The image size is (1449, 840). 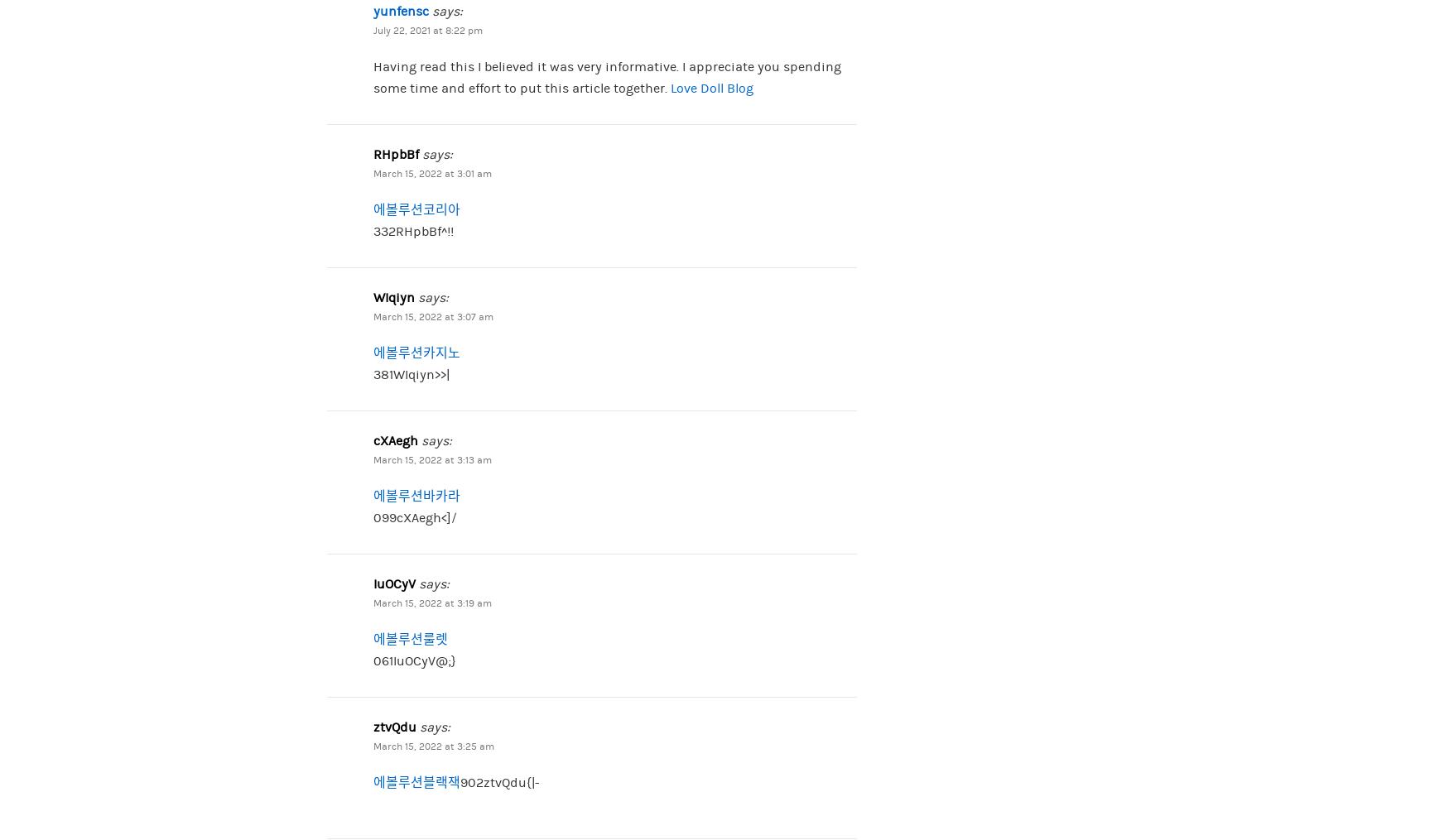 What do you see at coordinates (373, 659) in the screenshot?
I see `'061IuOCyV@;}'` at bounding box center [373, 659].